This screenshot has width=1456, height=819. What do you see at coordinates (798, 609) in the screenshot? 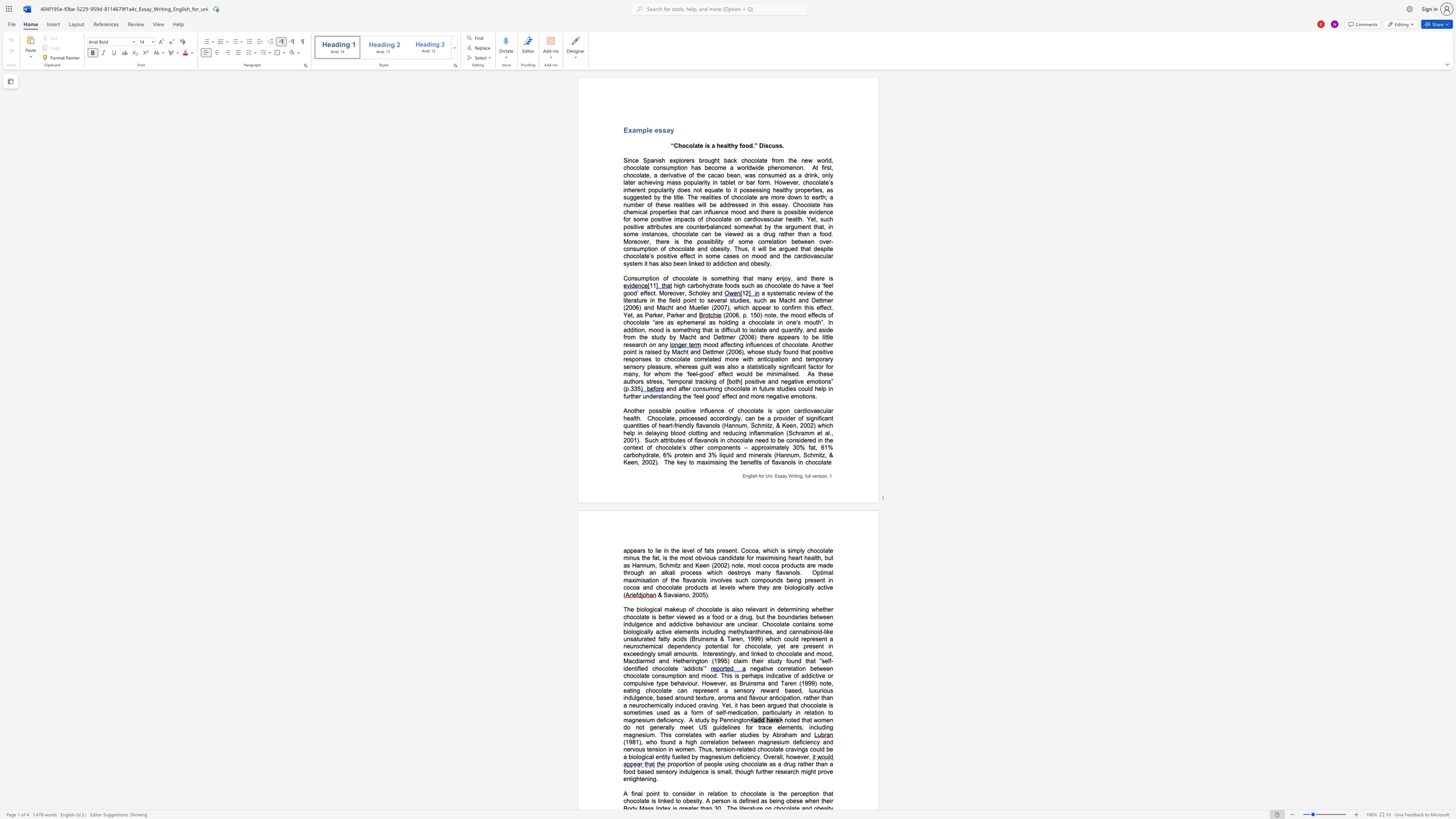
I see `the subset text "ning" within the text "determining"` at bounding box center [798, 609].